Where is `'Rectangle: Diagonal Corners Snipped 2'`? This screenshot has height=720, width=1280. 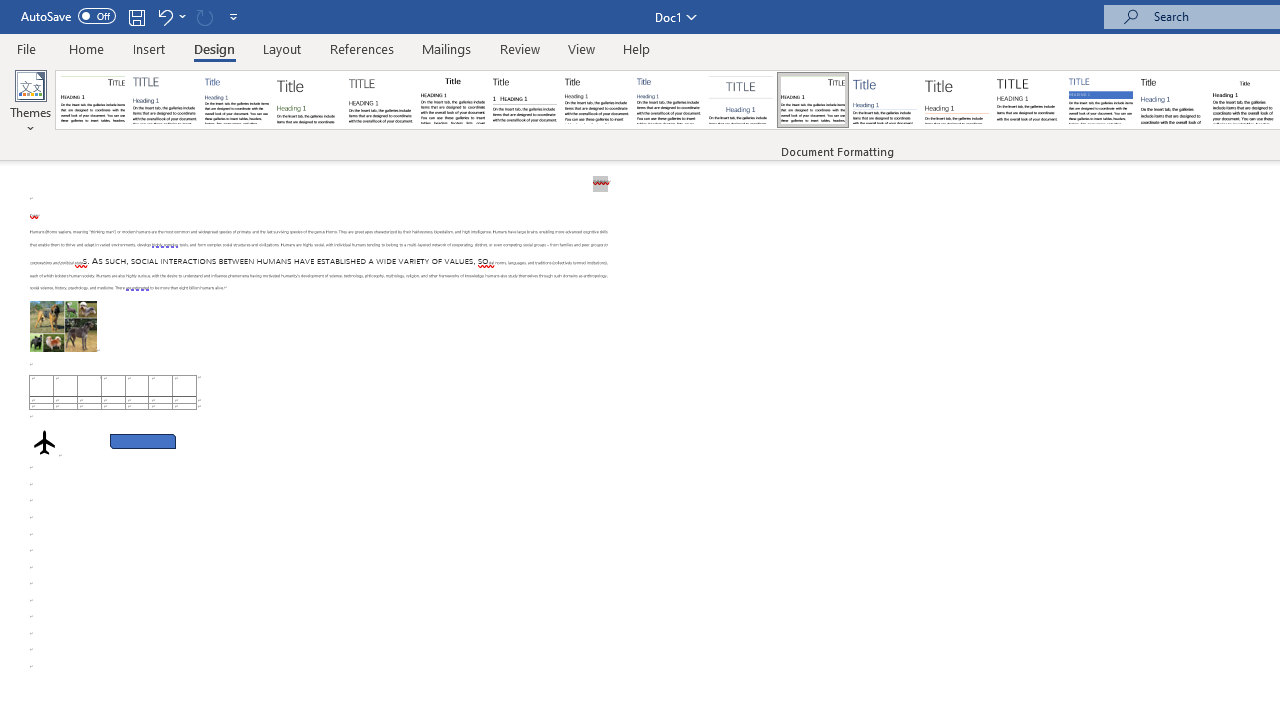 'Rectangle: Diagonal Corners Snipped 2' is located at coordinates (142, 440).